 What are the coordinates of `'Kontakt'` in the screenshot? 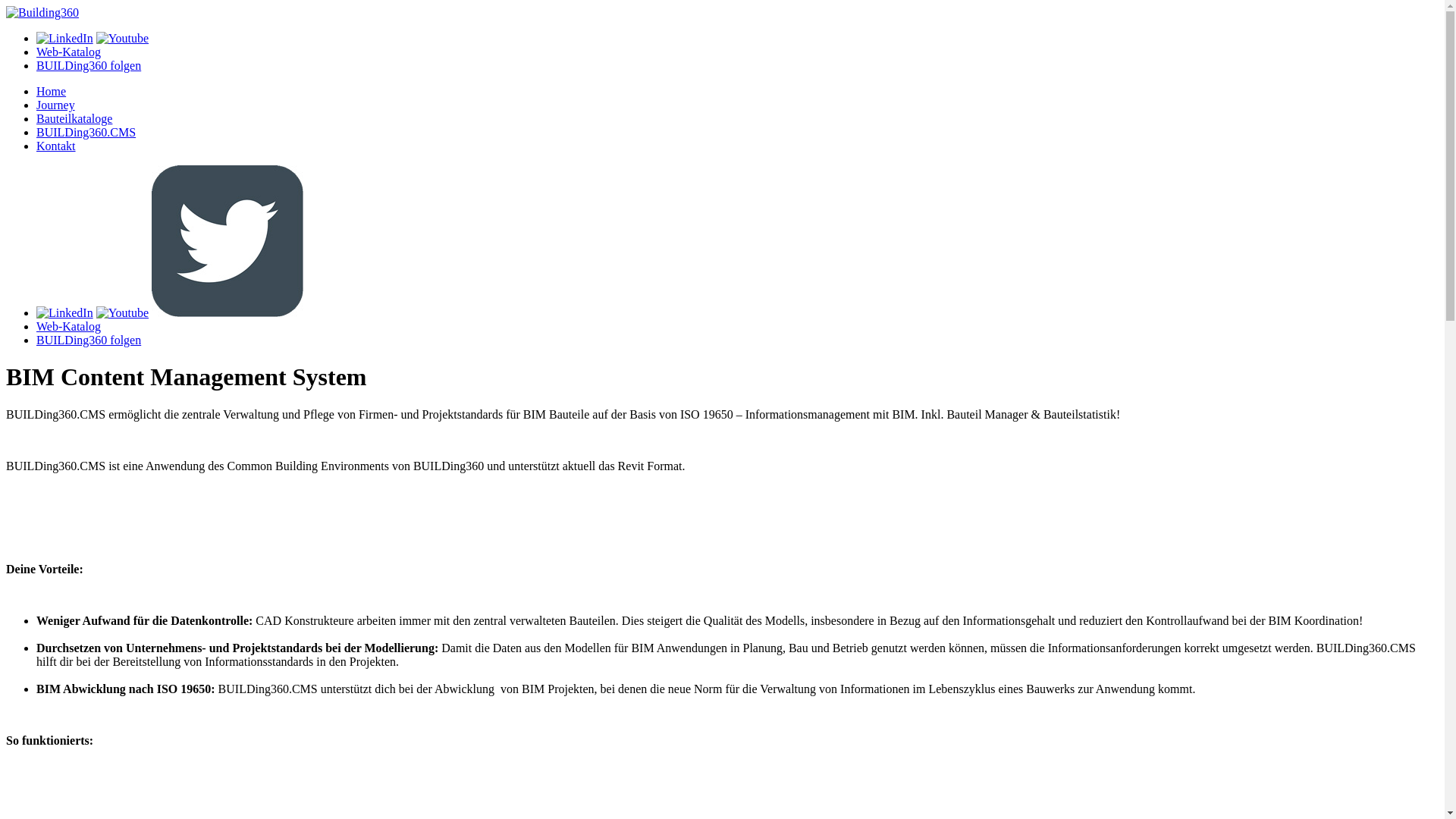 It's located at (55, 146).